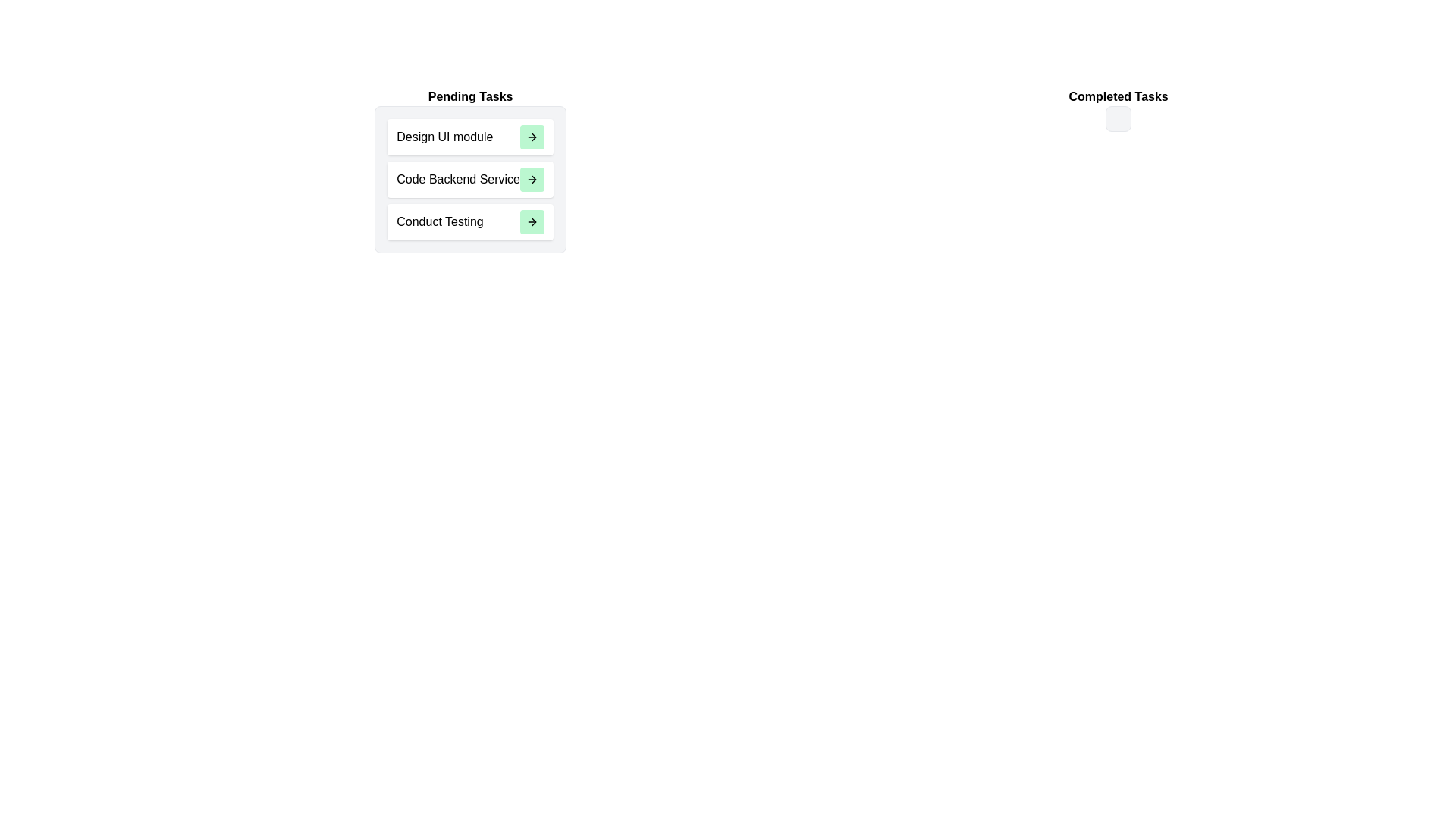 The image size is (1456, 819). Describe the element at coordinates (532, 222) in the screenshot. I see `the green arrow button next to the task 'Conduct Testing' in the 'Pending Tasks' list to move it to the 'Completed Tasks' list` at that location.